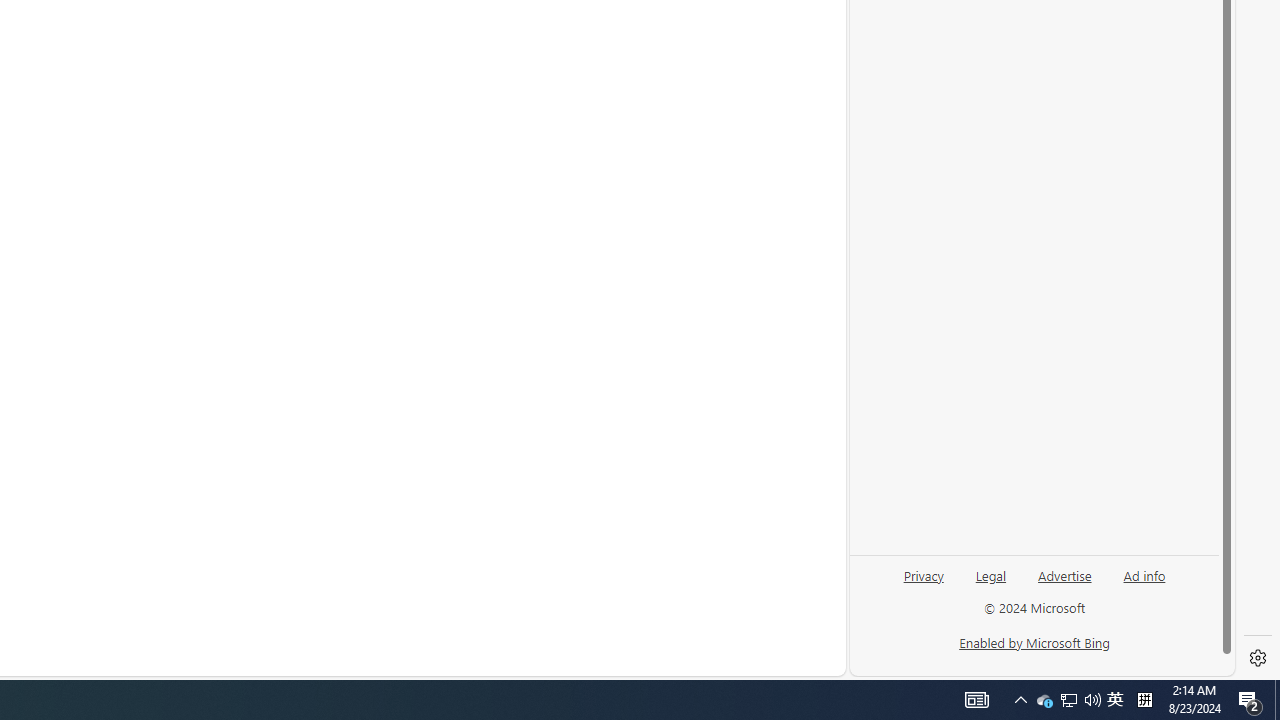 This screenshot has height=720, width=1280. Describe the element at coordinates (991, 574) in the screenshot. I see `'Legal'` at that location.